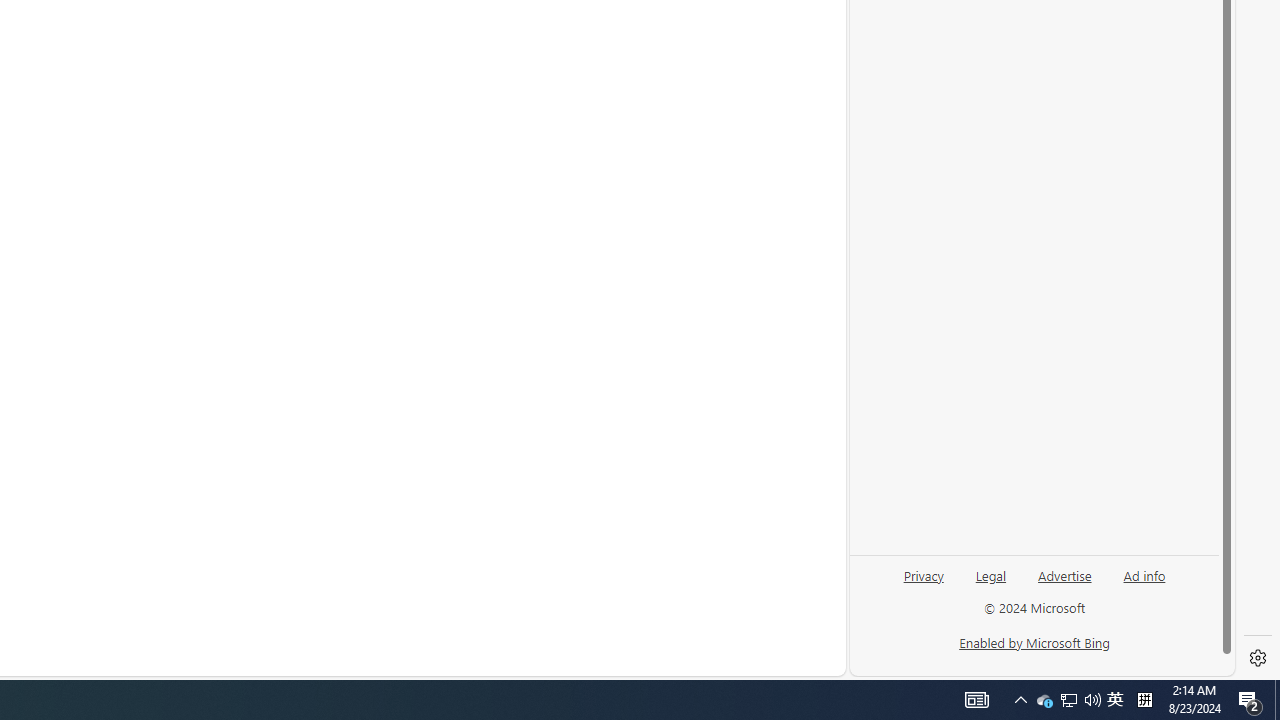 This screenshot has height=720, width=1280. Describe the element at coordinates (991, 574) in the screenshot. I see `'Legal'` at that location.